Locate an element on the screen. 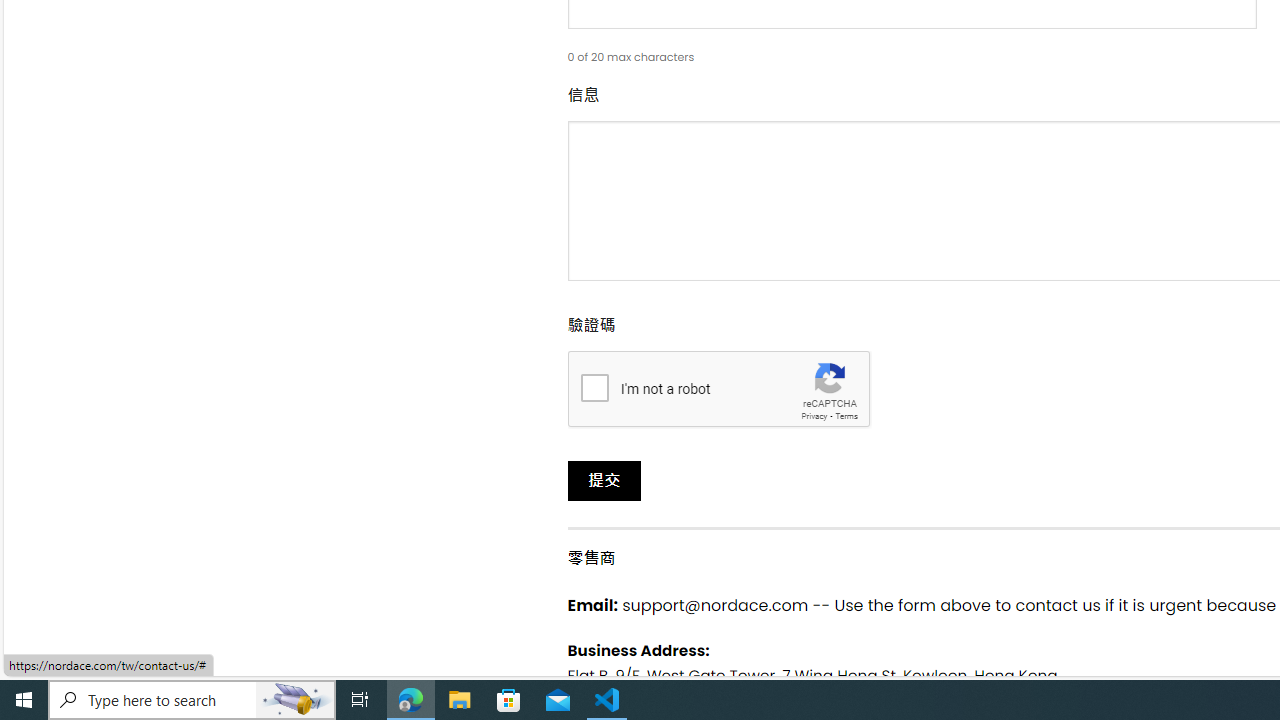 The width and height of the screenshot is (1280, 720). 'Terms' is located at coordinates (846, 415).